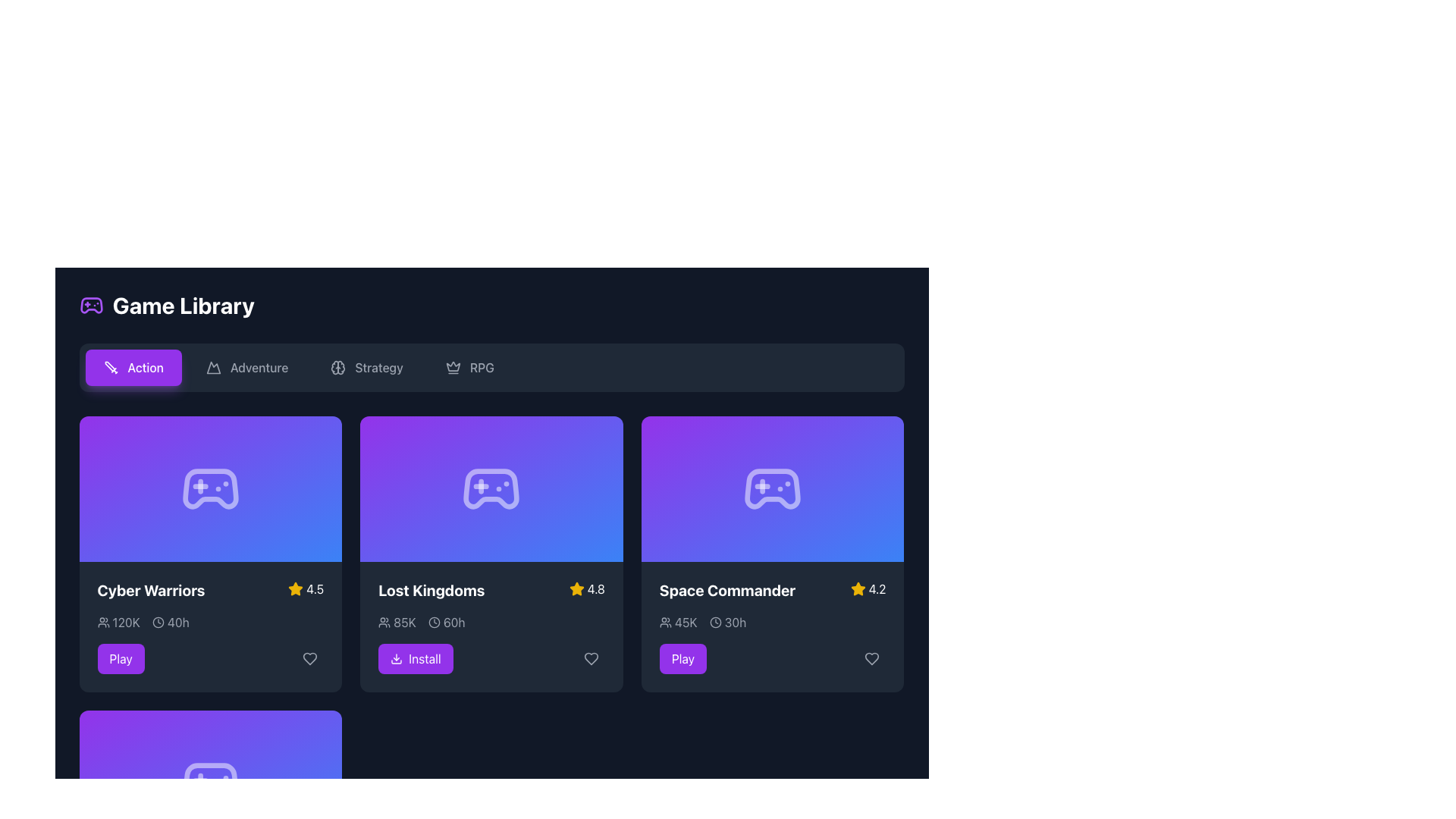 Image resolution: width=1456 pixels, height=819 pixels. Describe the element at coordinates (469, 368) in the screenshot. I see `the 'RPG' button, which has a crown icon and is styled with a dark background` at that location.